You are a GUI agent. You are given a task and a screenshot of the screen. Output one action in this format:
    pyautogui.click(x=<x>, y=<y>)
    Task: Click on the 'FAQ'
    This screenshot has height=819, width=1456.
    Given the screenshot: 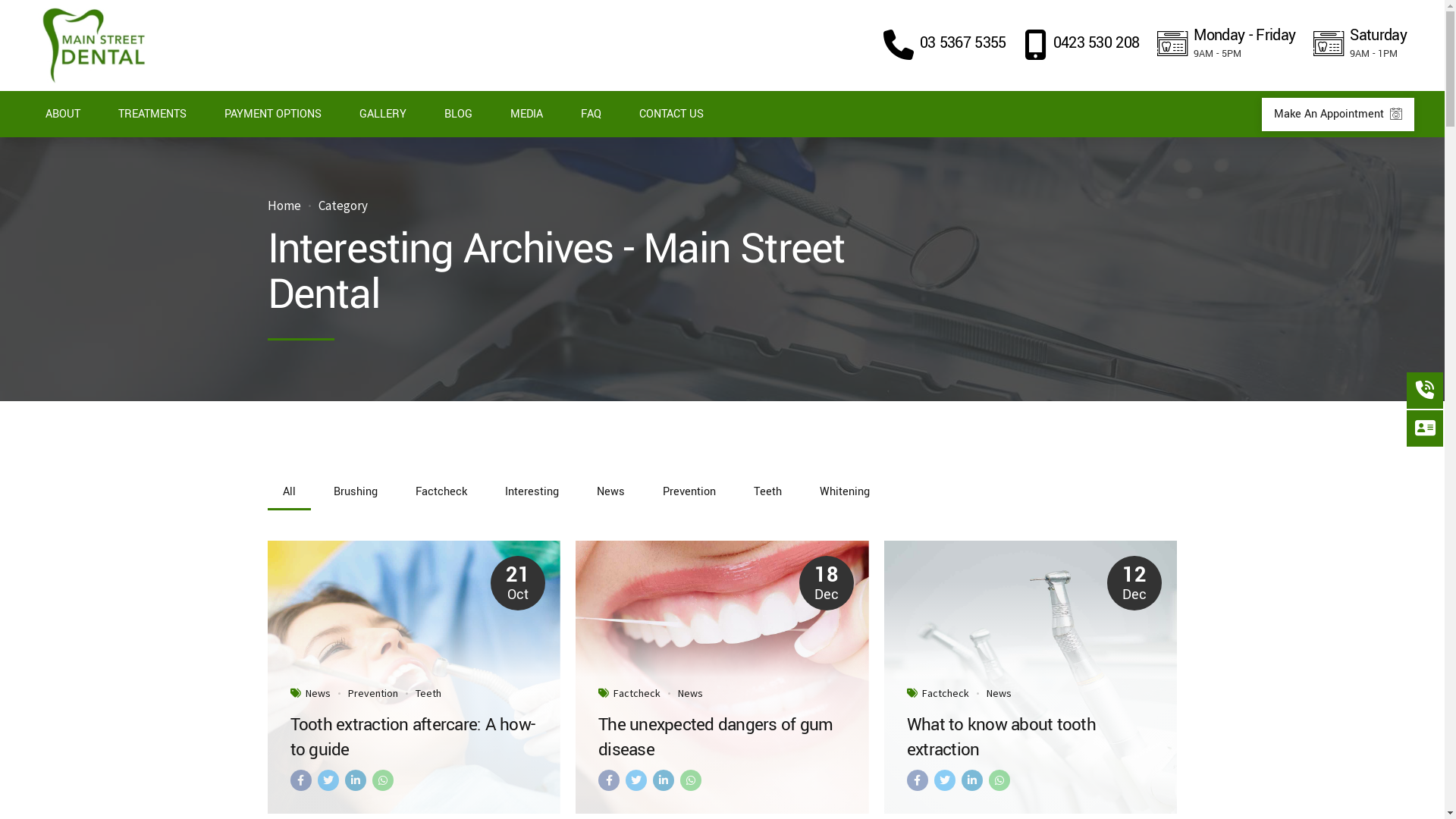 What is the action you would take?
    pyautogui.click(x=590, y=113)
    